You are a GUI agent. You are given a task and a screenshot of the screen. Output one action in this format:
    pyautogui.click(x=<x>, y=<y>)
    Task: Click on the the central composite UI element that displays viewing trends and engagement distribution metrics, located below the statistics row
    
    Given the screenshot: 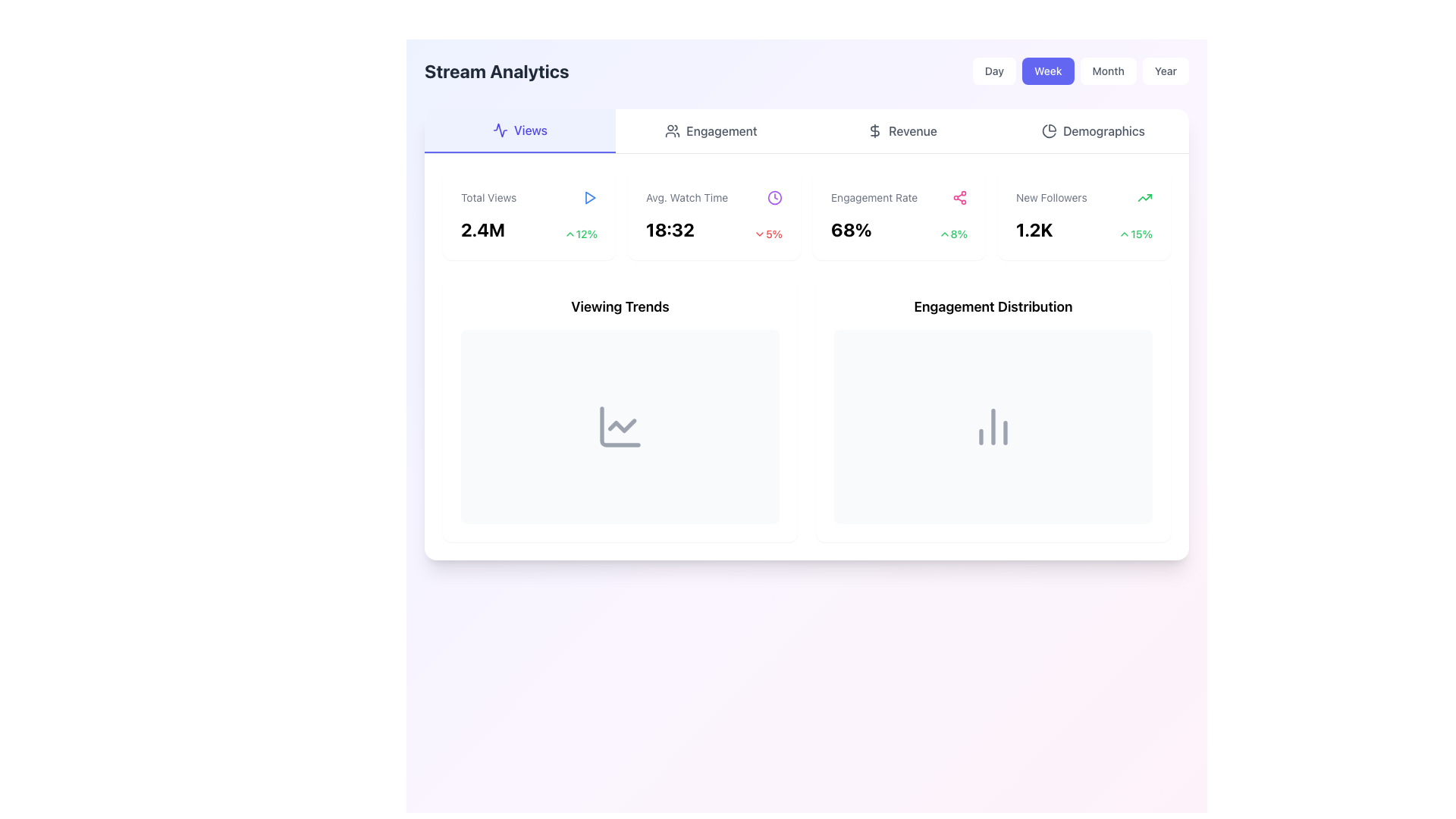 What is the action you would take?
    pyautogui.click(x=806, y=409)
    